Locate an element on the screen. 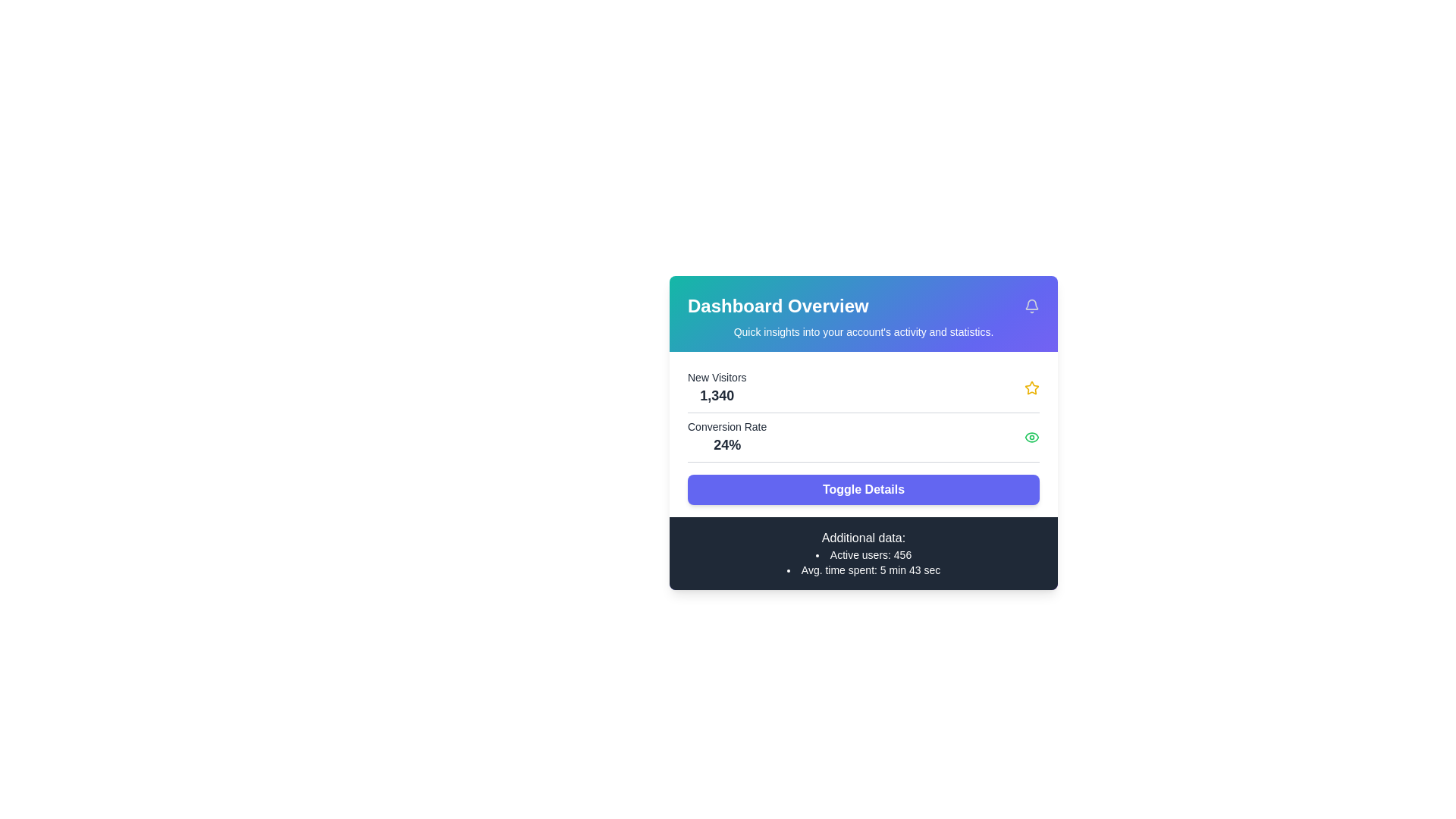  the Header section that displays the title 'Dashboard Overview' and the subtitle 'Quick insights into your account's activity and statistics.' is located at coordinates (863, 312).